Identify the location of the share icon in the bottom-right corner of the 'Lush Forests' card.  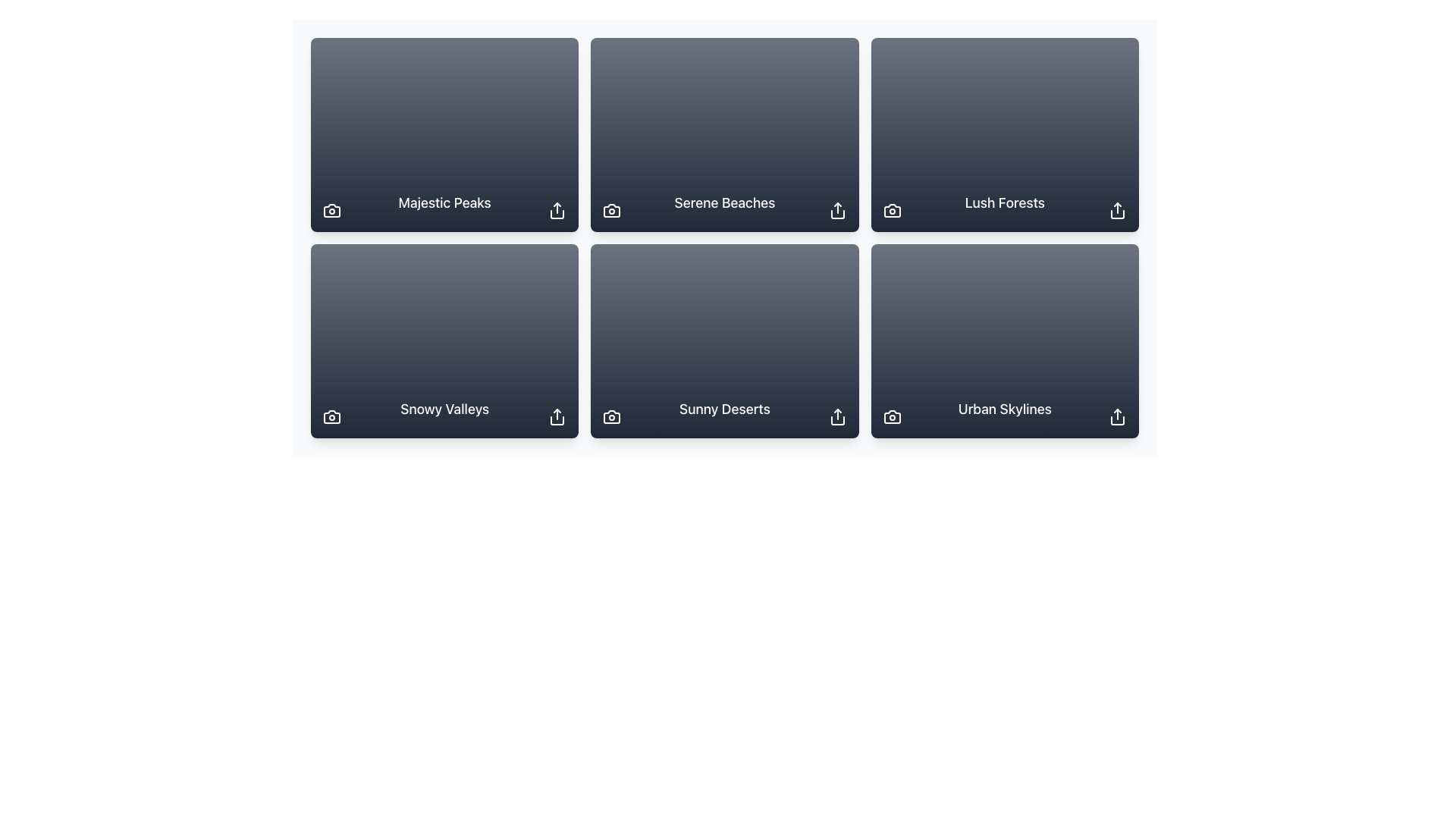
(1117, 210).